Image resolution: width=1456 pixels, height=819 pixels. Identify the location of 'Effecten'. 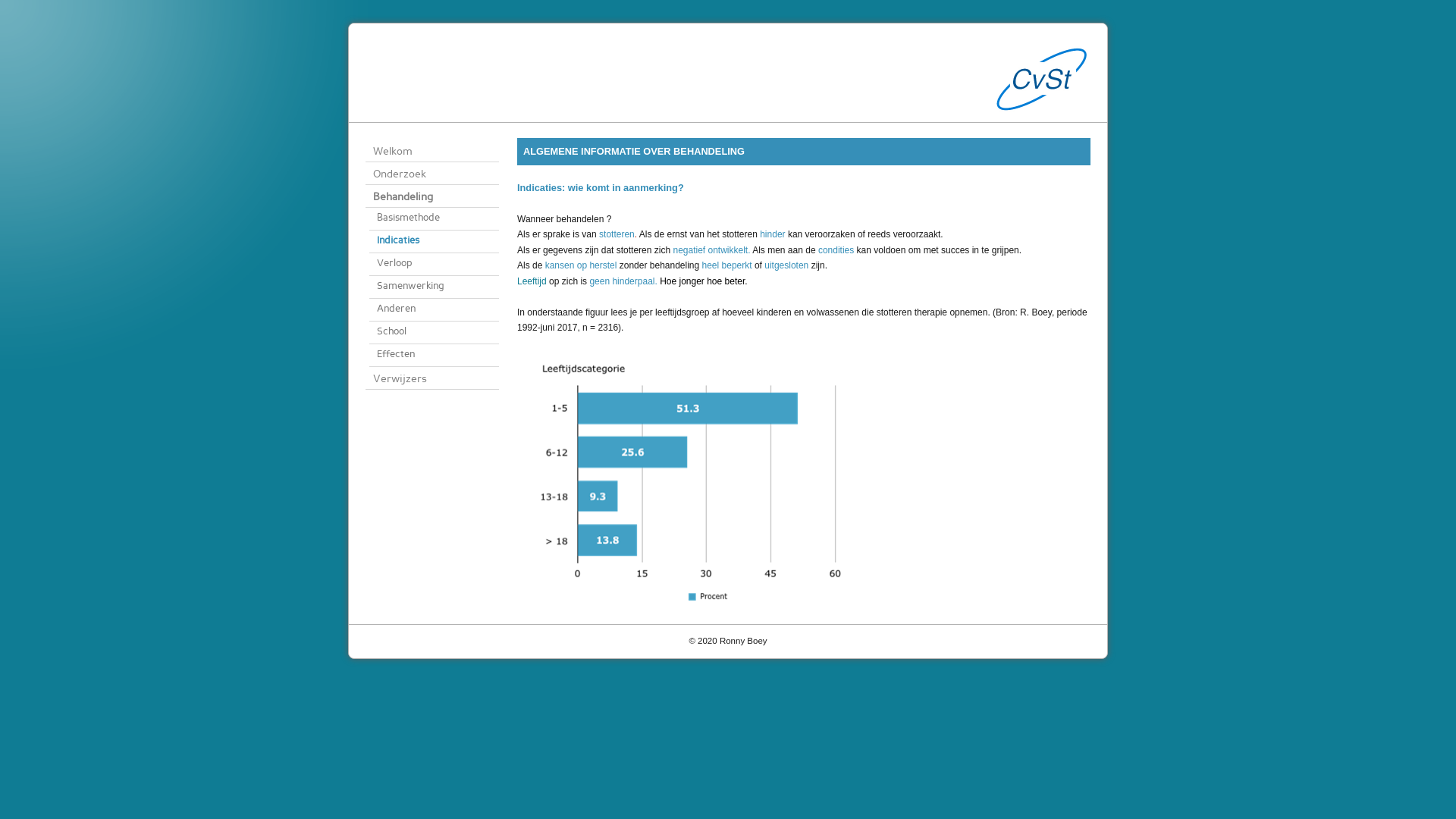
(369, 356).